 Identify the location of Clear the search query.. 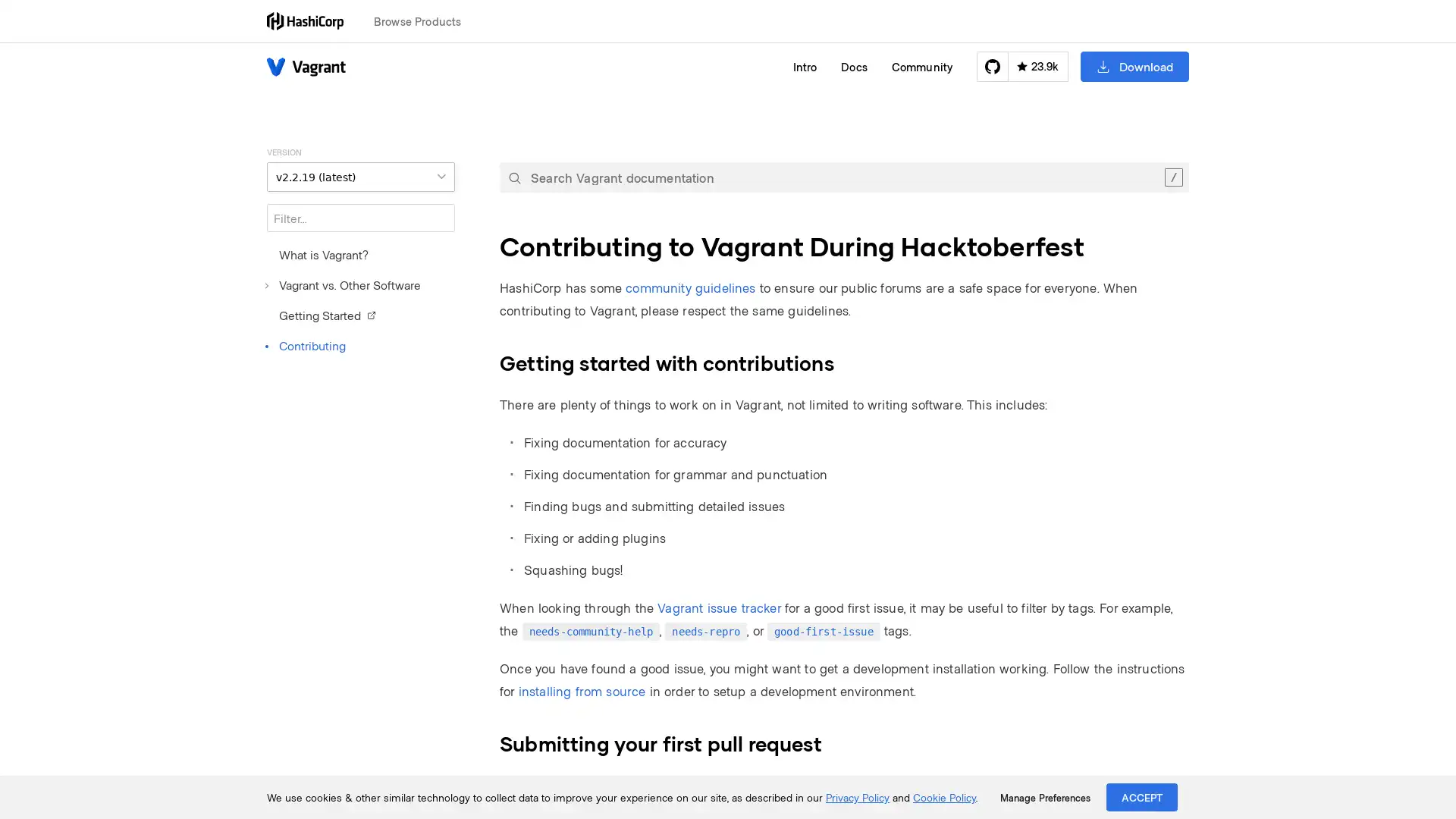
(1172, 177).